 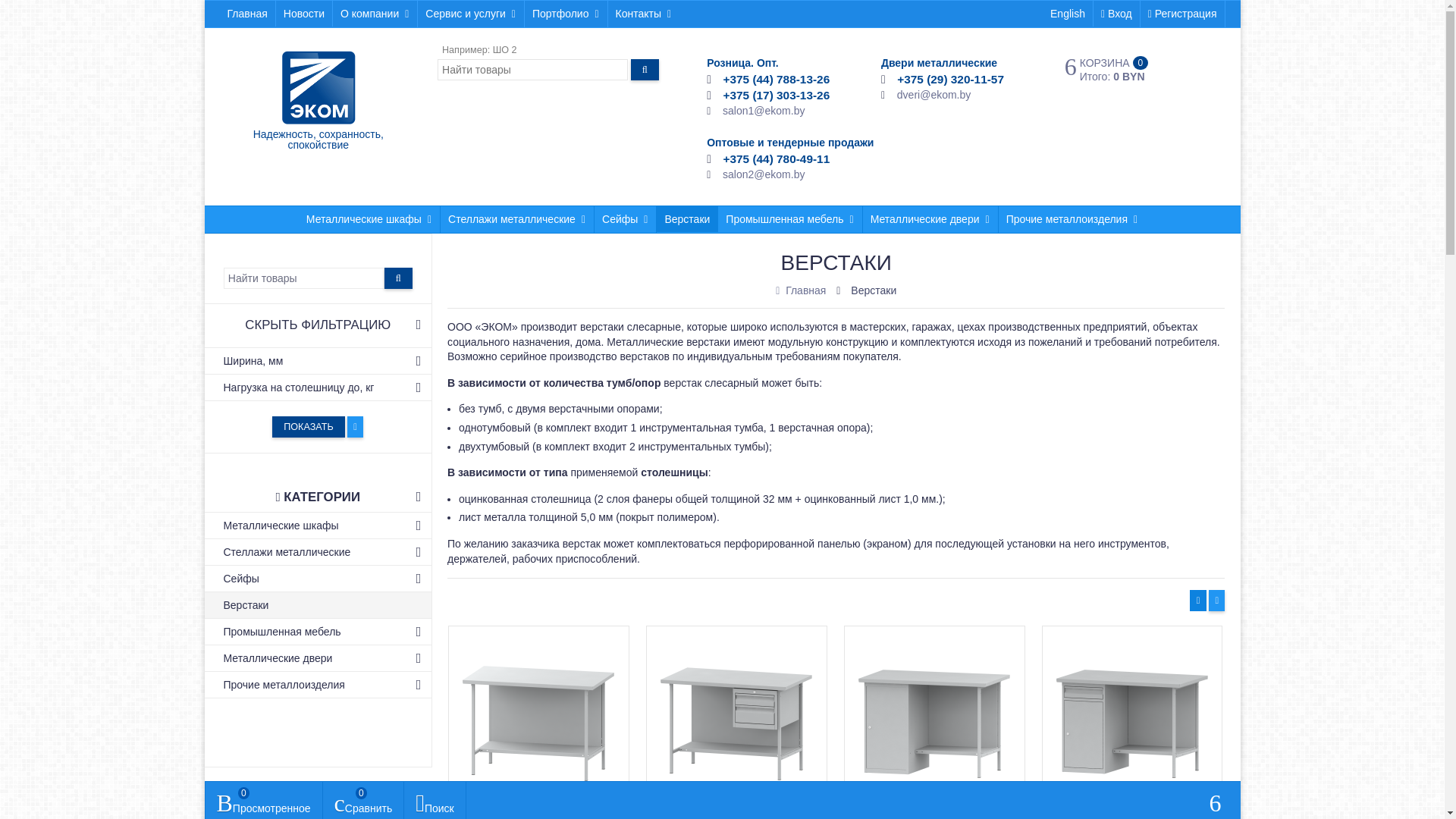 What do you see at coordinates (764, 110) in the screenshot?
I see `'salon1@ekom.by'` at bounding box center [764, 110].